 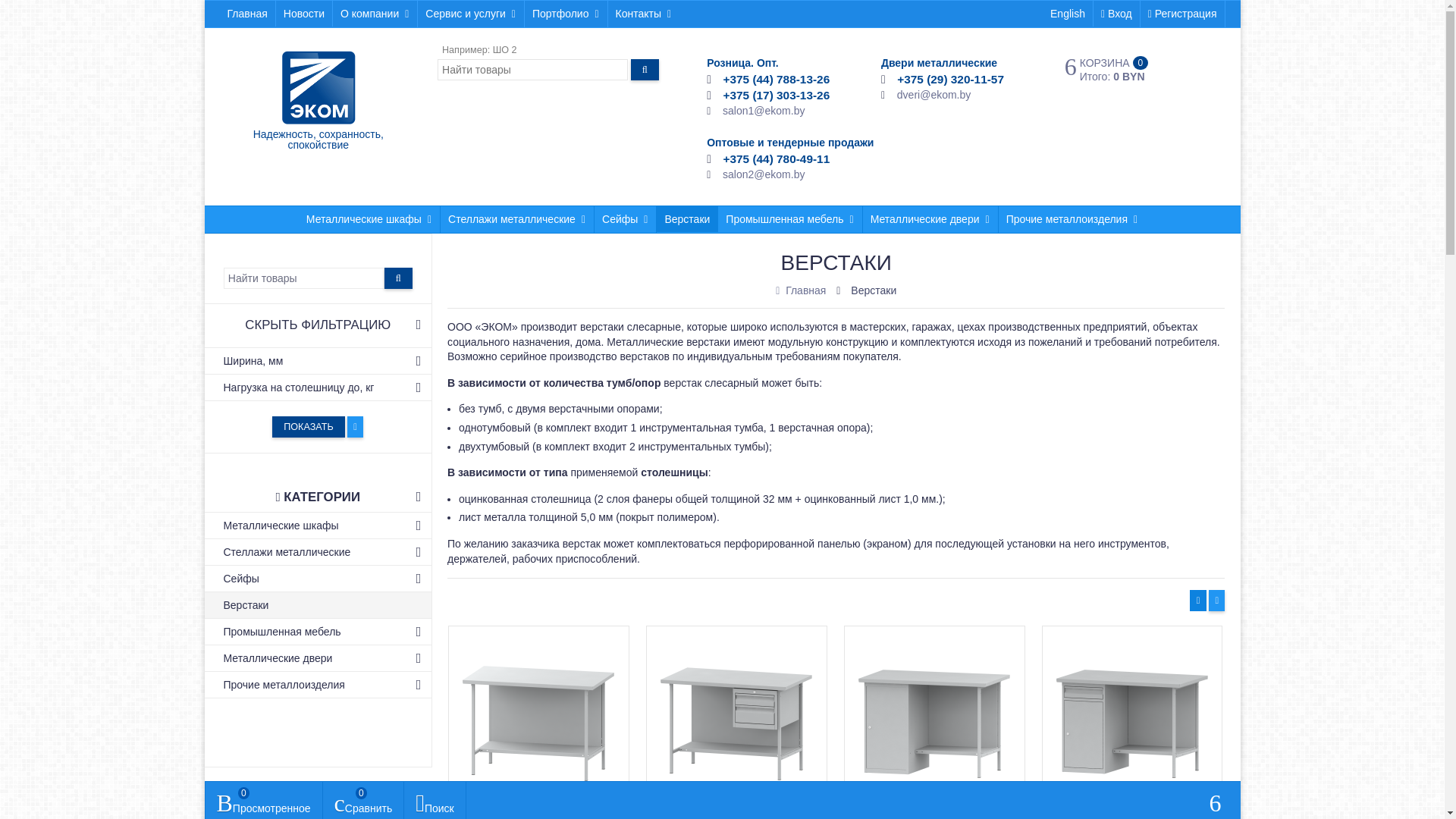 What do you see at coordinates (764, 110) in the screenshot?
I see `'salon1@ekom.by'` at bounding box center [764, 110].